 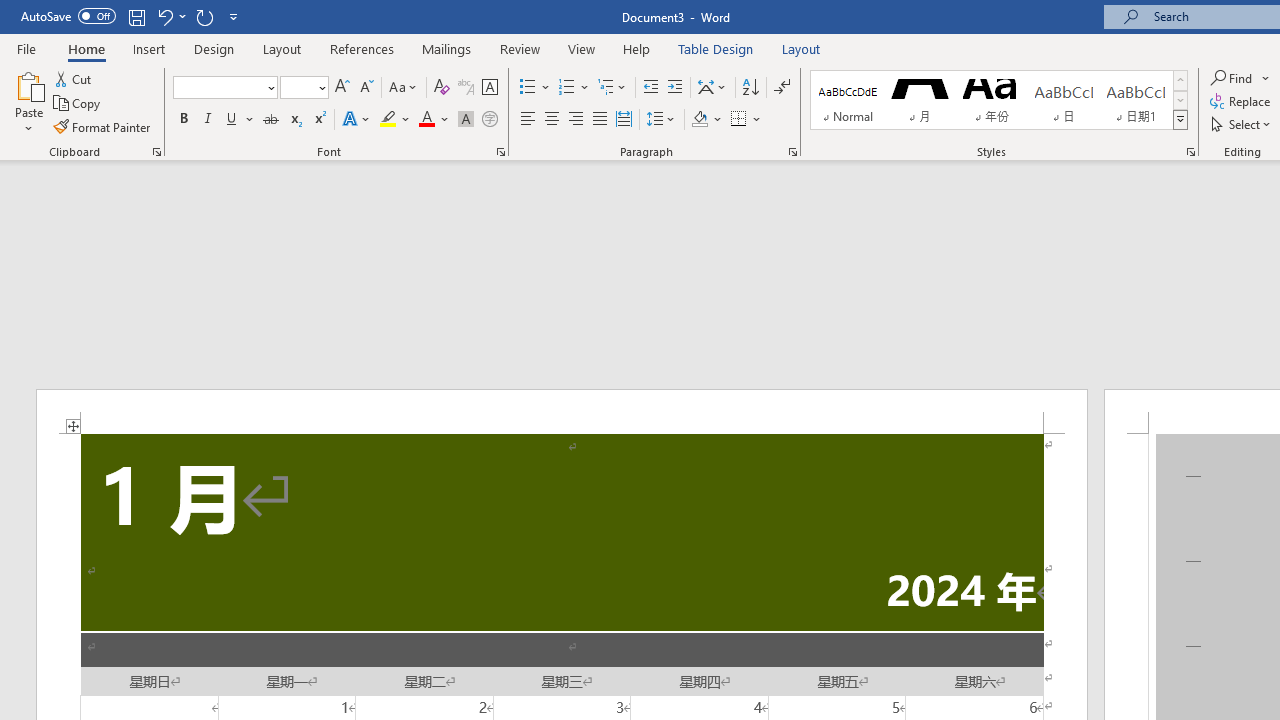 I want to click on 'Align Right', so click(x=575, y=119).